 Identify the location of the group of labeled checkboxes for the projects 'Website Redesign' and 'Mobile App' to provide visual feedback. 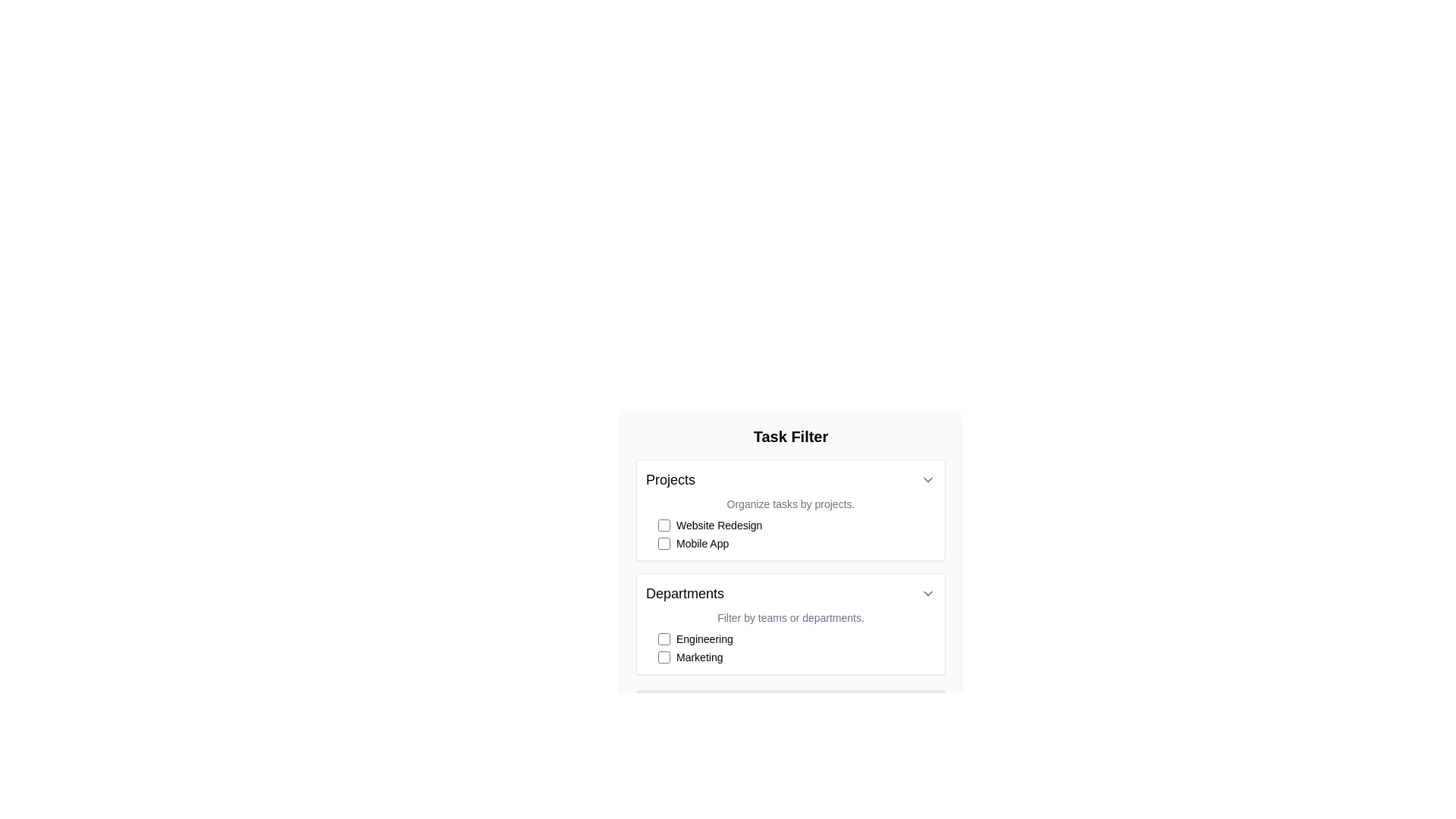
(796, 534).